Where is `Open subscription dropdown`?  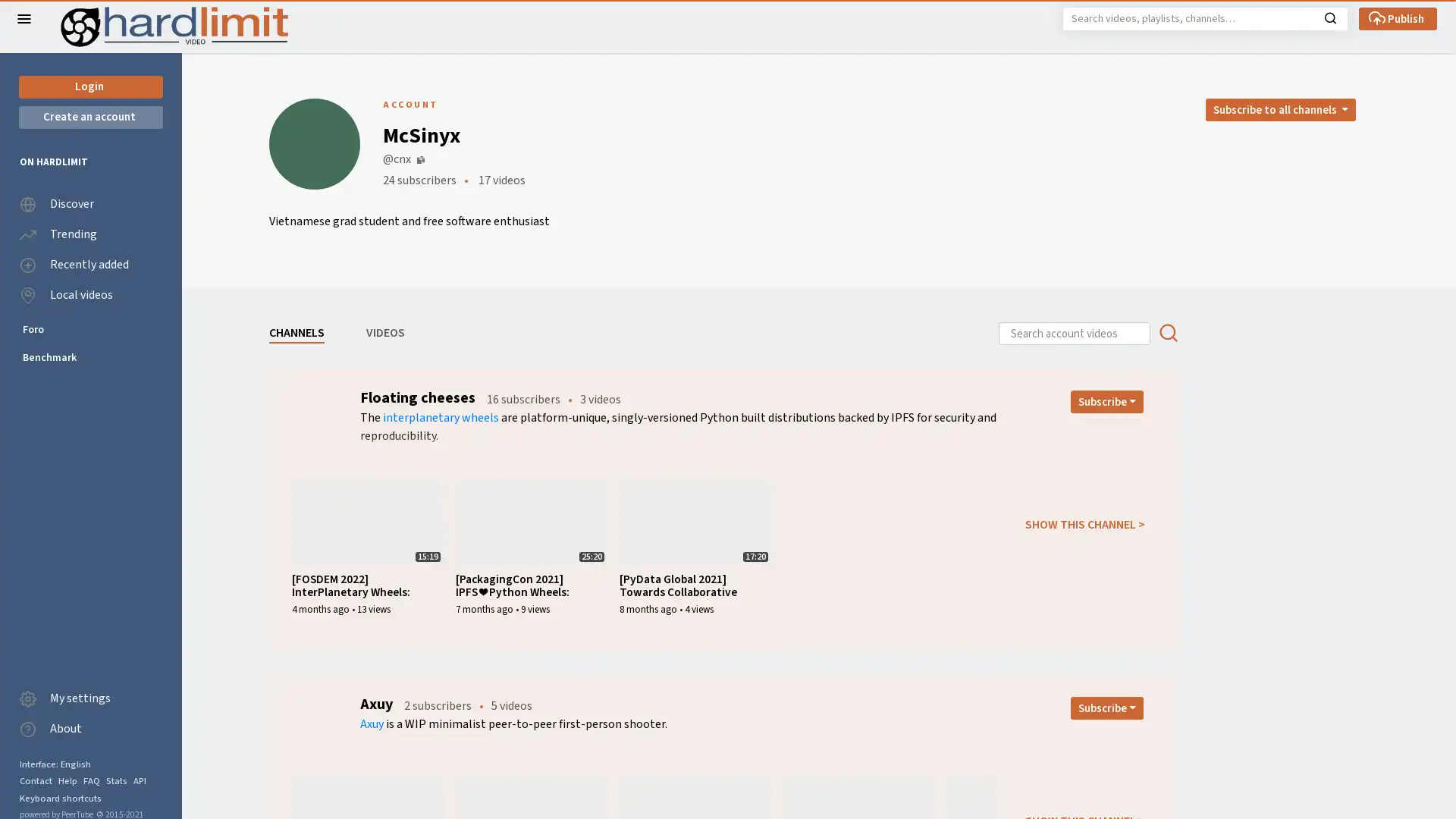
Open subscription dropdown is located at coordinates (1106, 708).